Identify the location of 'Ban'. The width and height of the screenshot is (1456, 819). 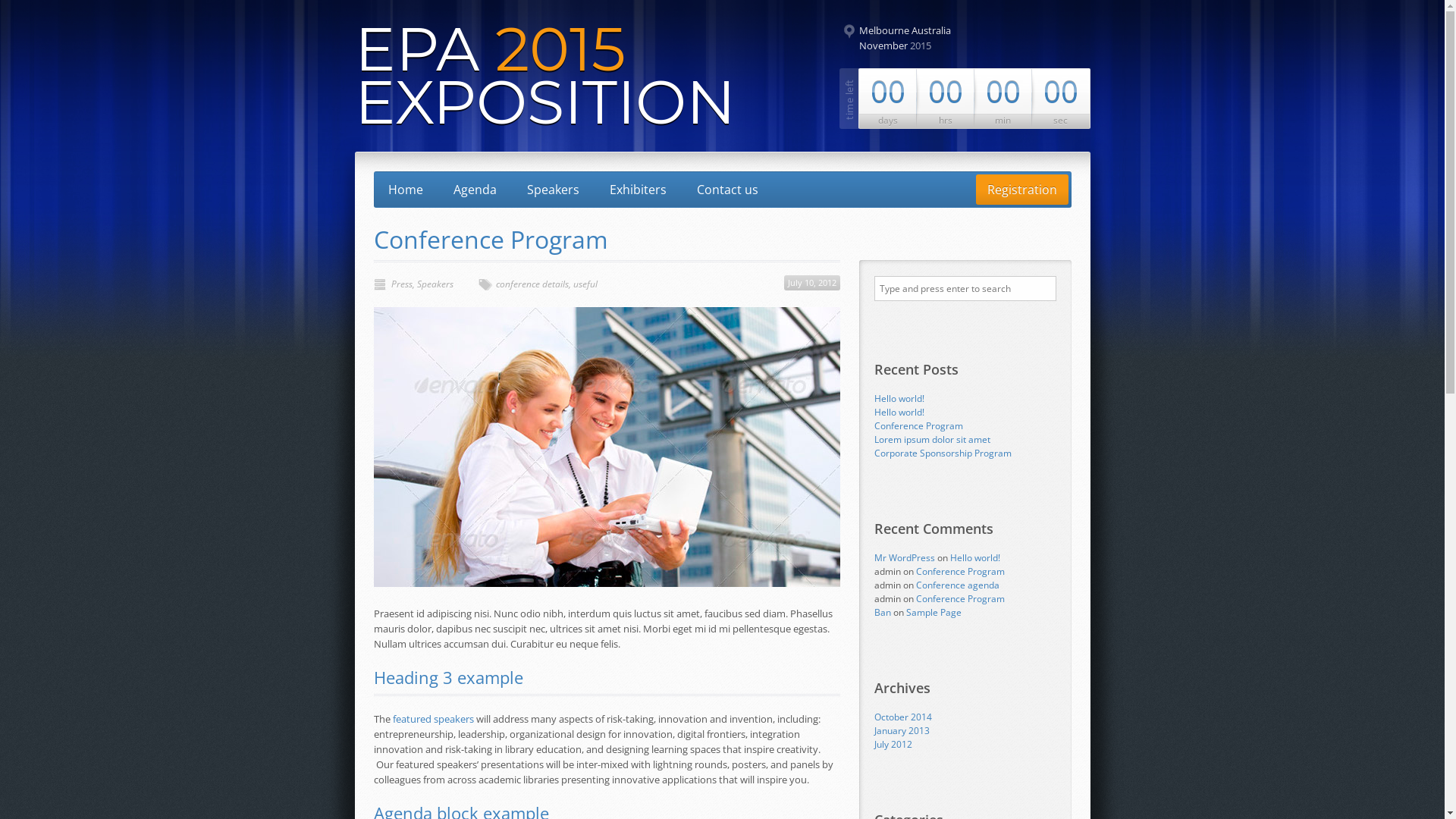
(881, 611).